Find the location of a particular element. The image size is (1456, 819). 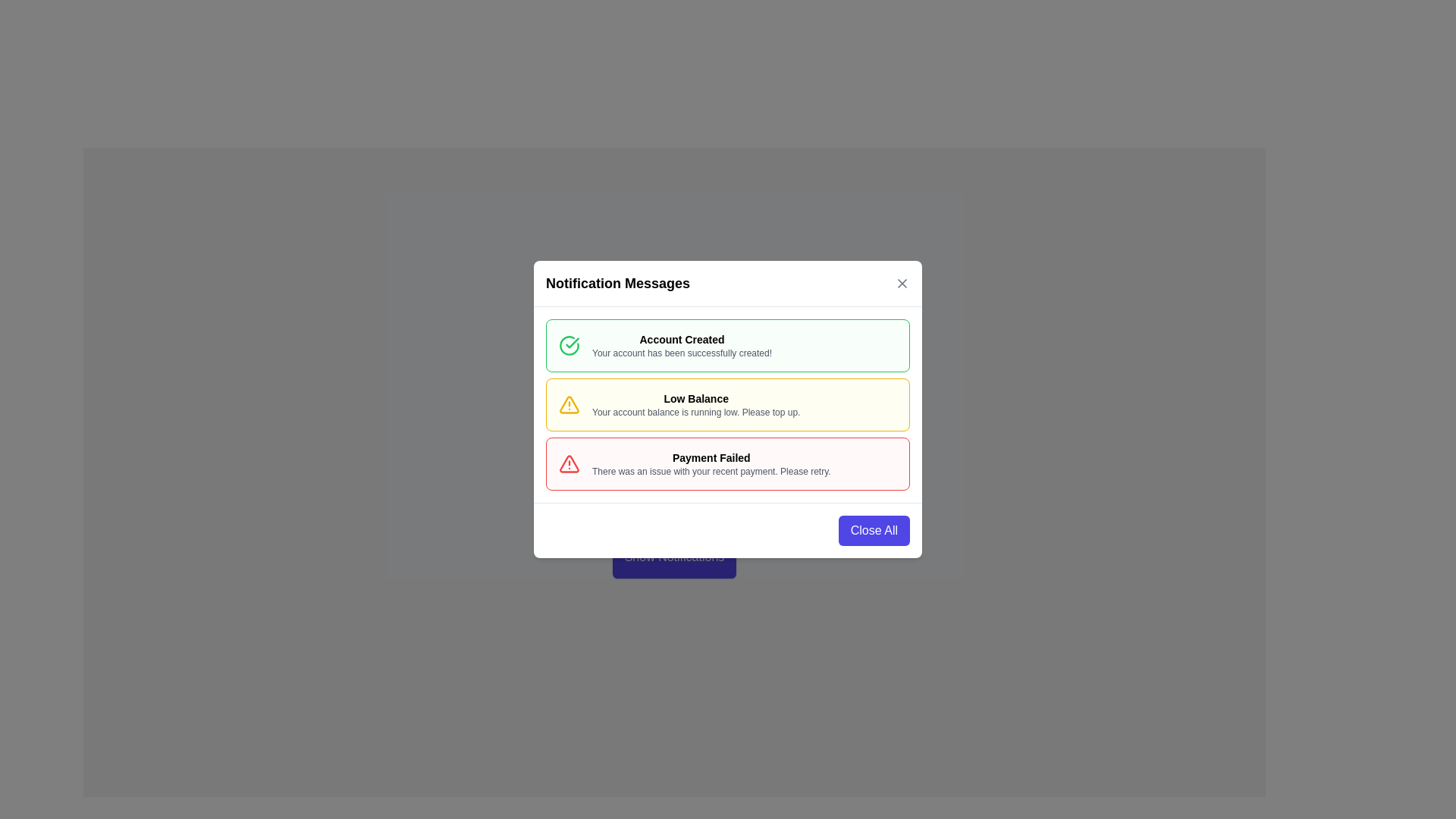

the green checkmark icon indicating a successful 'Account Created' notification at the top-left of the 'Notification Messages' dialog is located at coordinates (572, 343).